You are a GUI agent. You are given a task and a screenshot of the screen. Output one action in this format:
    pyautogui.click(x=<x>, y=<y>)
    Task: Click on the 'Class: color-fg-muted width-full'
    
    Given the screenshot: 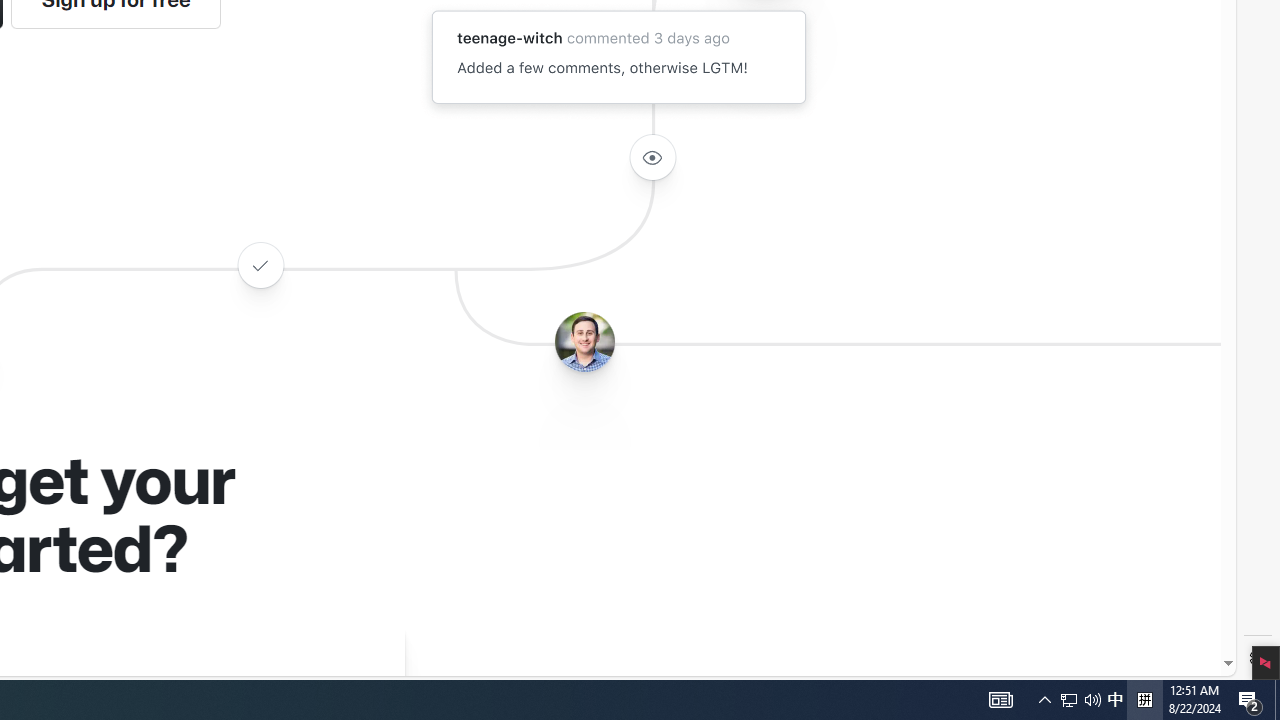 What is the action you would take?
    pyautogui.click(x=259, y=264)
    